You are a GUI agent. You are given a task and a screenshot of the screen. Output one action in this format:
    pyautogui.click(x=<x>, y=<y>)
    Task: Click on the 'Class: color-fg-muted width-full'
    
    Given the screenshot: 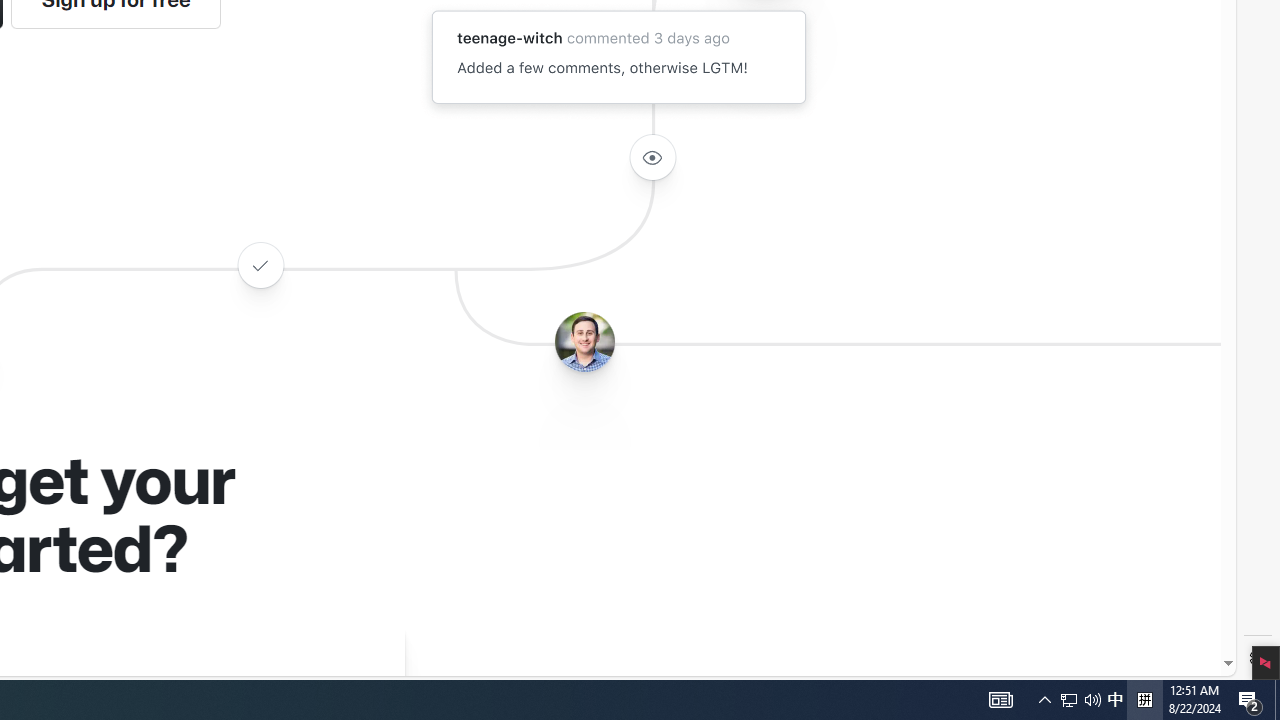 What is the action you would take?
    pyautogui.click(x=259, y=264)
    